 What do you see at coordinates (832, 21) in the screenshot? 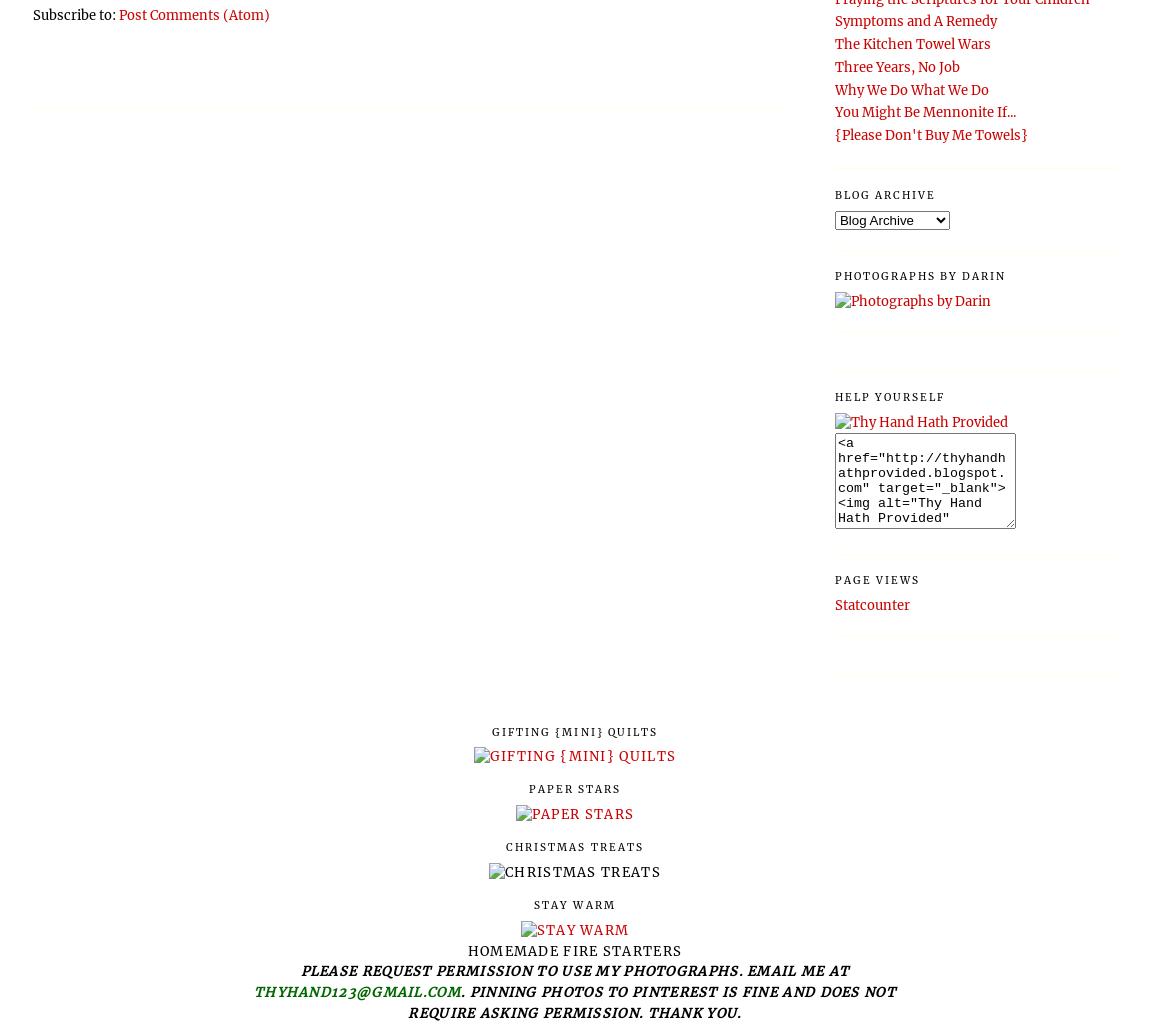
I see `'Symptoms and A Remedy'` at bounding box center [832, 21].